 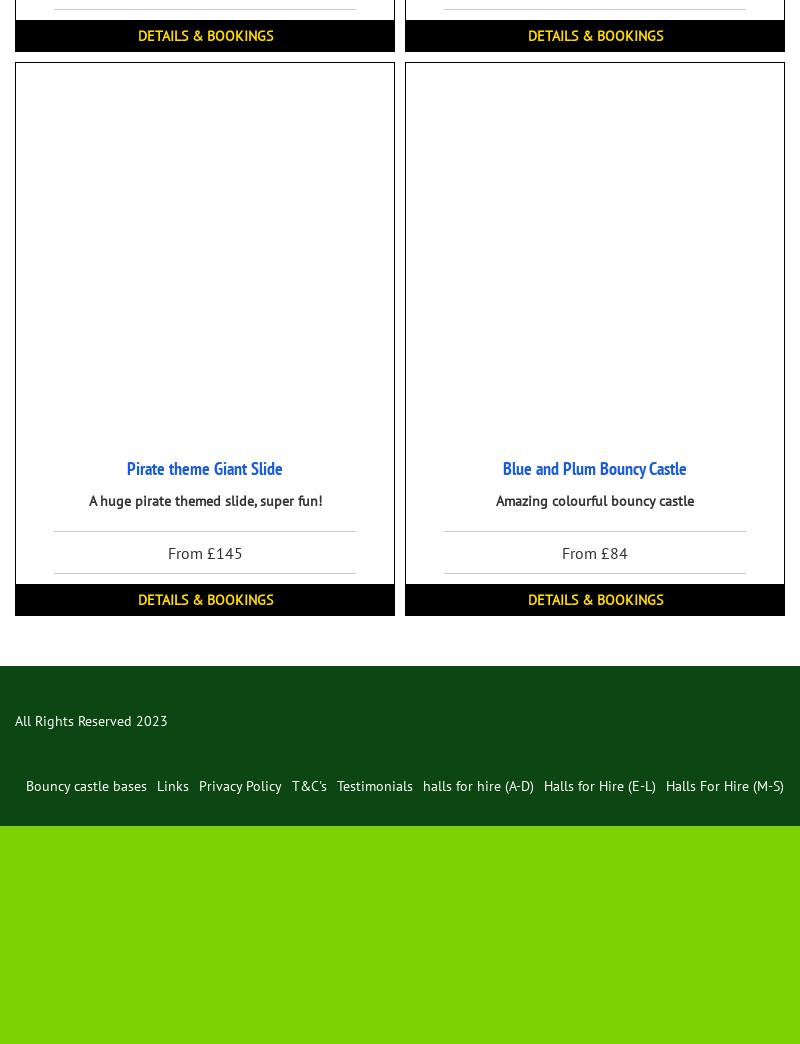 I want to click on 'Pirate theme Giant Slide', so click(x=204, y=468).